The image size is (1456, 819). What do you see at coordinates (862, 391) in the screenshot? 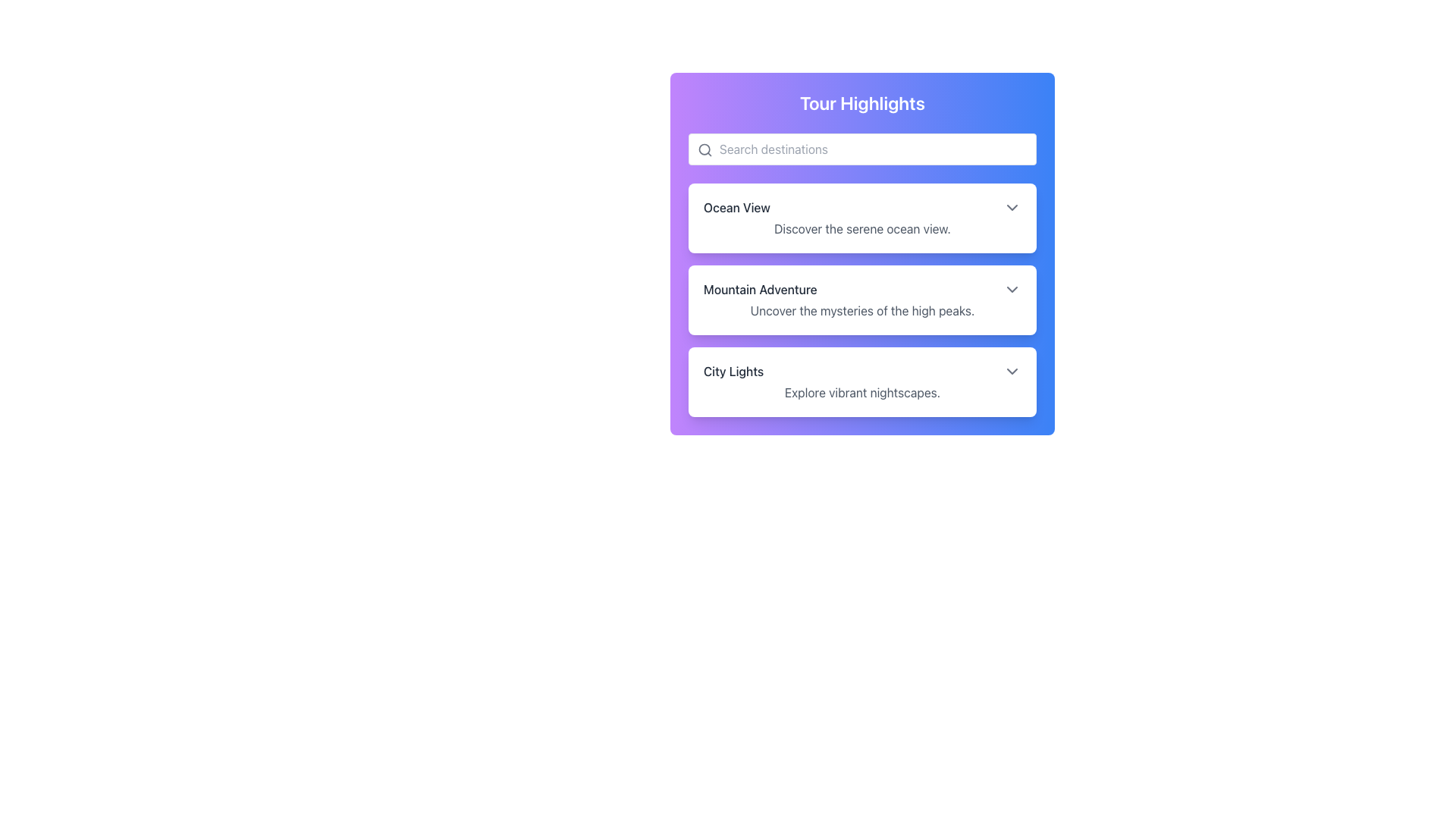
I see `the descriptive subtext element providing additional details for the 'City Lights' card, located directly below the title text and horizontally centered within the card` at bounding box center [862, 391].